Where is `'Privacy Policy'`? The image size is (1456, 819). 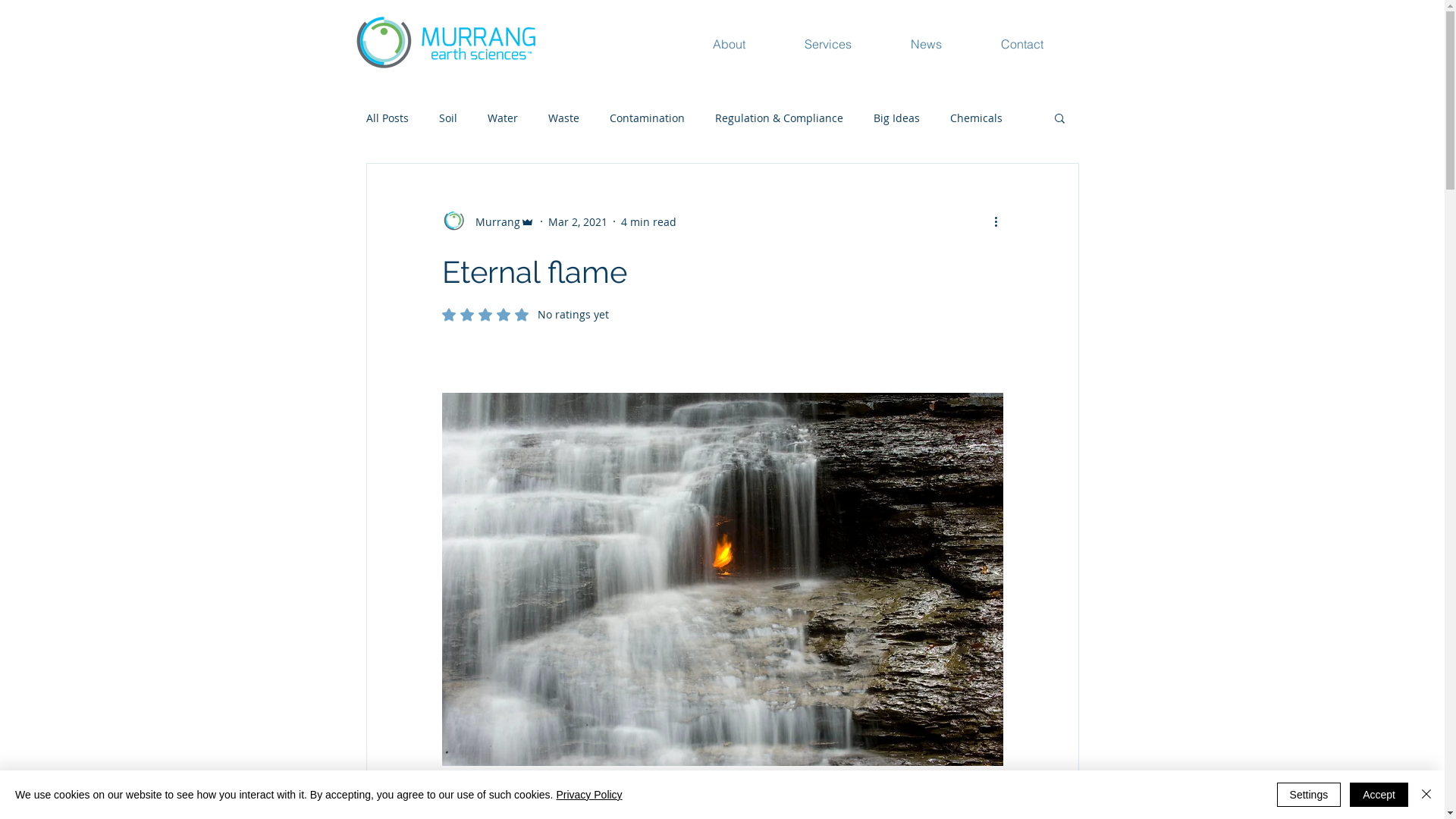 'Privacy Policy' is located at coordinates (555, 794).